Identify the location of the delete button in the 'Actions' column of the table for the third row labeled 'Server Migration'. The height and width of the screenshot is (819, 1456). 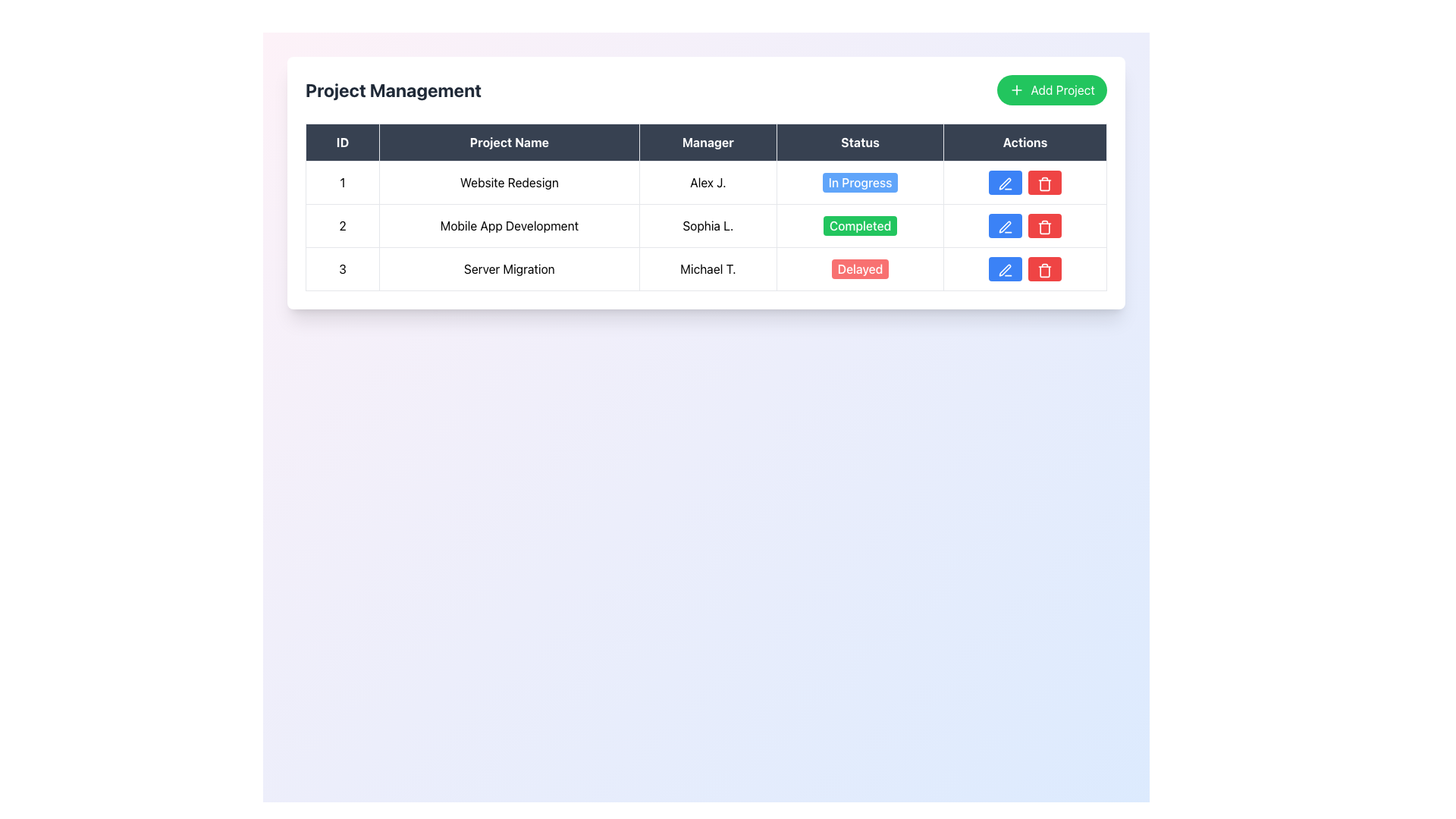
(1043, 269).